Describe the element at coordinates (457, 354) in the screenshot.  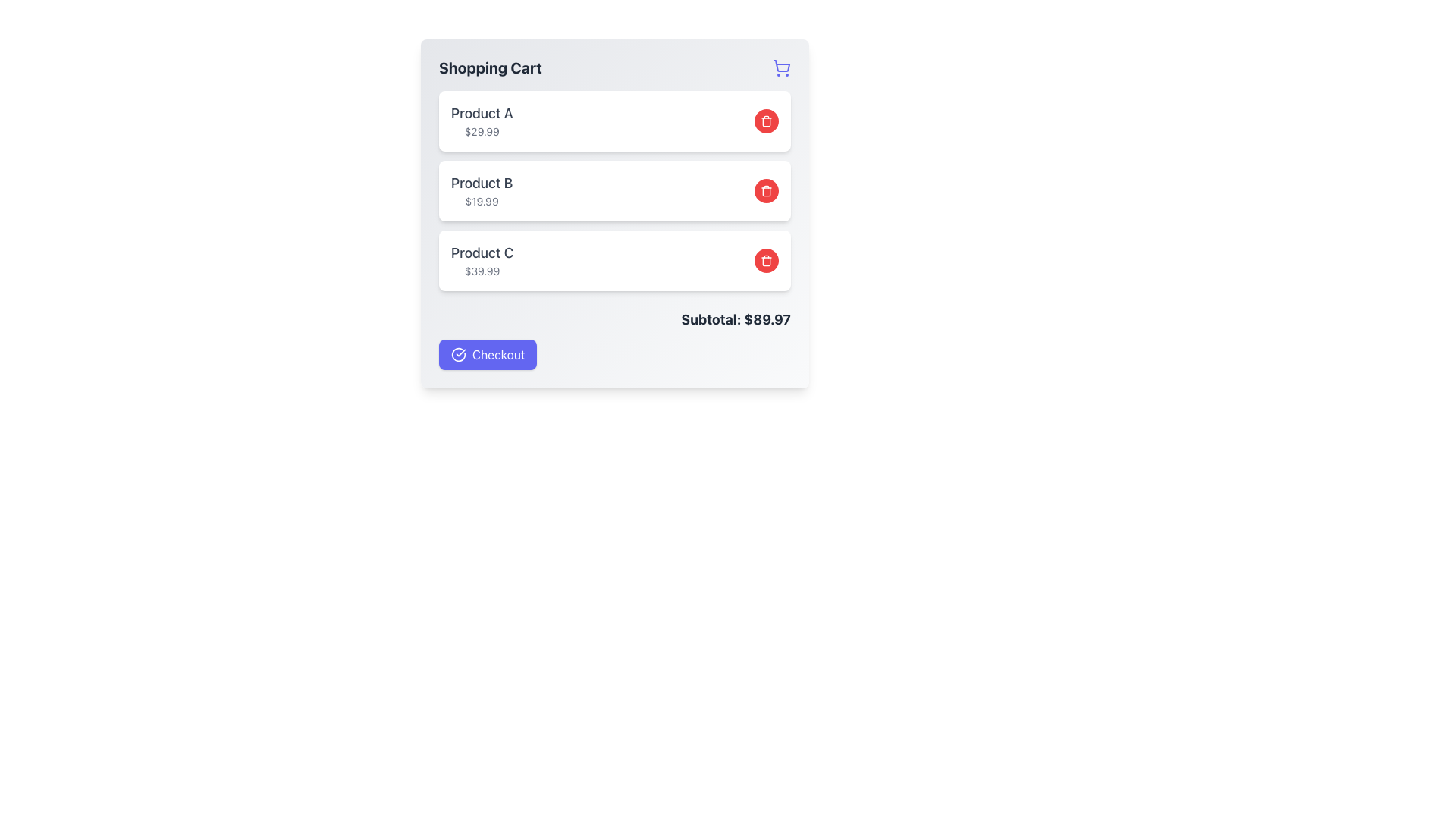
I see `the checkmark icon graphic located on the left side of the 'Checkout' button at the bottom-left corner of the shopping cart interface` at that location.